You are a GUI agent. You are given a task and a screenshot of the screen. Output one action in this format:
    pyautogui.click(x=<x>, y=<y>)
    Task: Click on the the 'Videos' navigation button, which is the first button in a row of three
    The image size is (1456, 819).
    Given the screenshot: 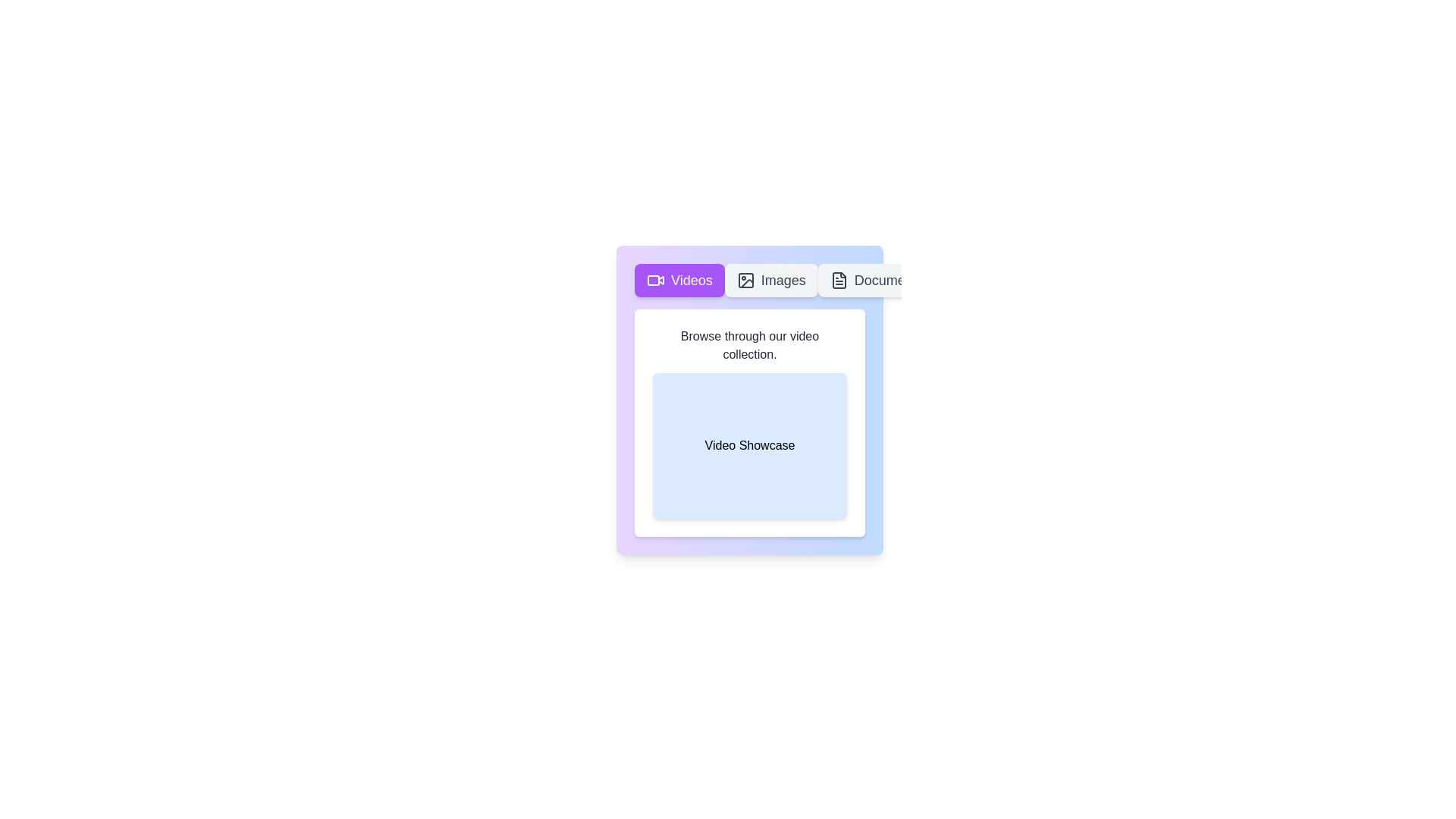 What is the action you would take?
    pyautogui.click(x=679, y=281)
    